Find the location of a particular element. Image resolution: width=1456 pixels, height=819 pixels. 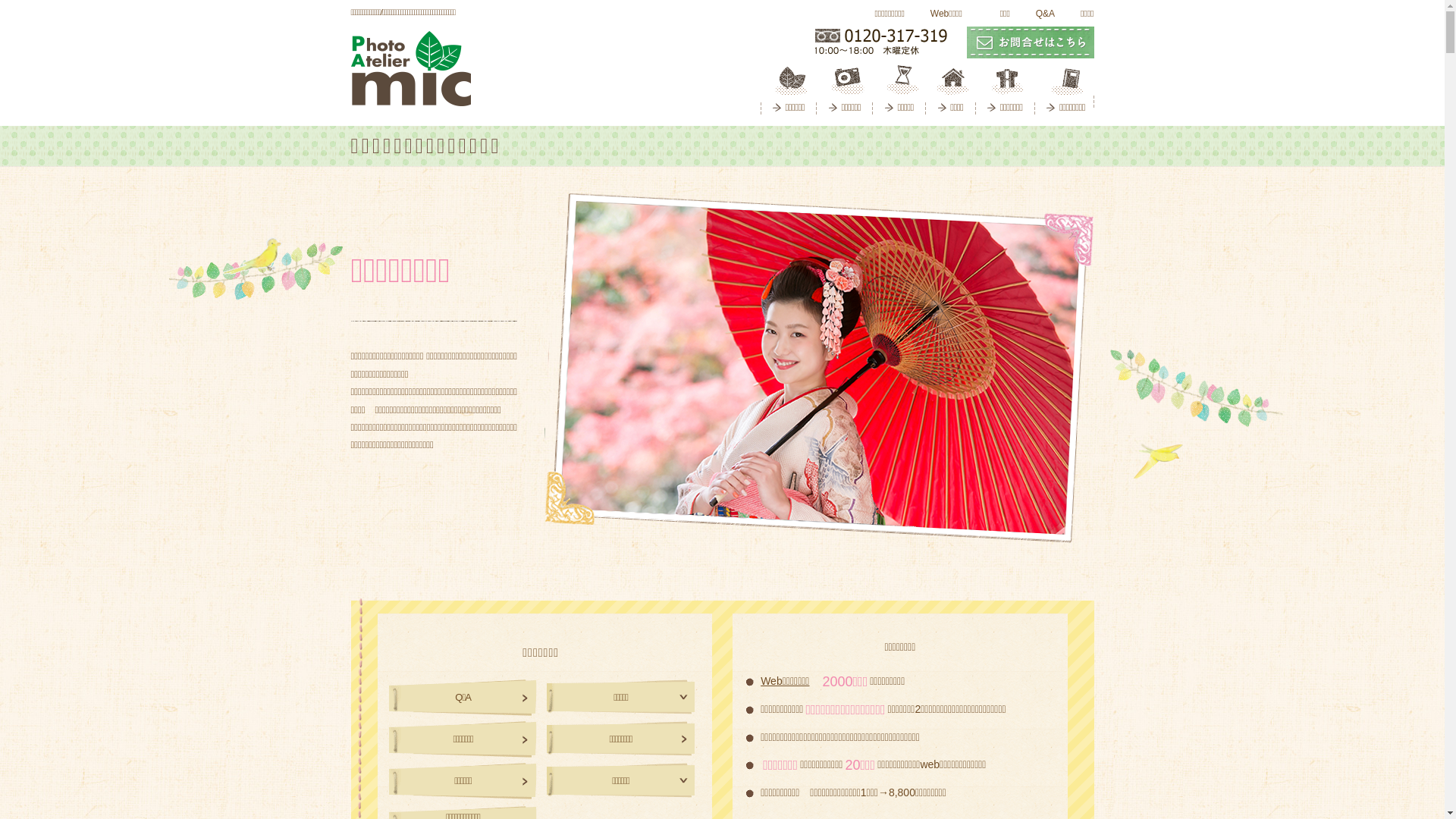

'Q&A' is located at coordinates (1040, 14).